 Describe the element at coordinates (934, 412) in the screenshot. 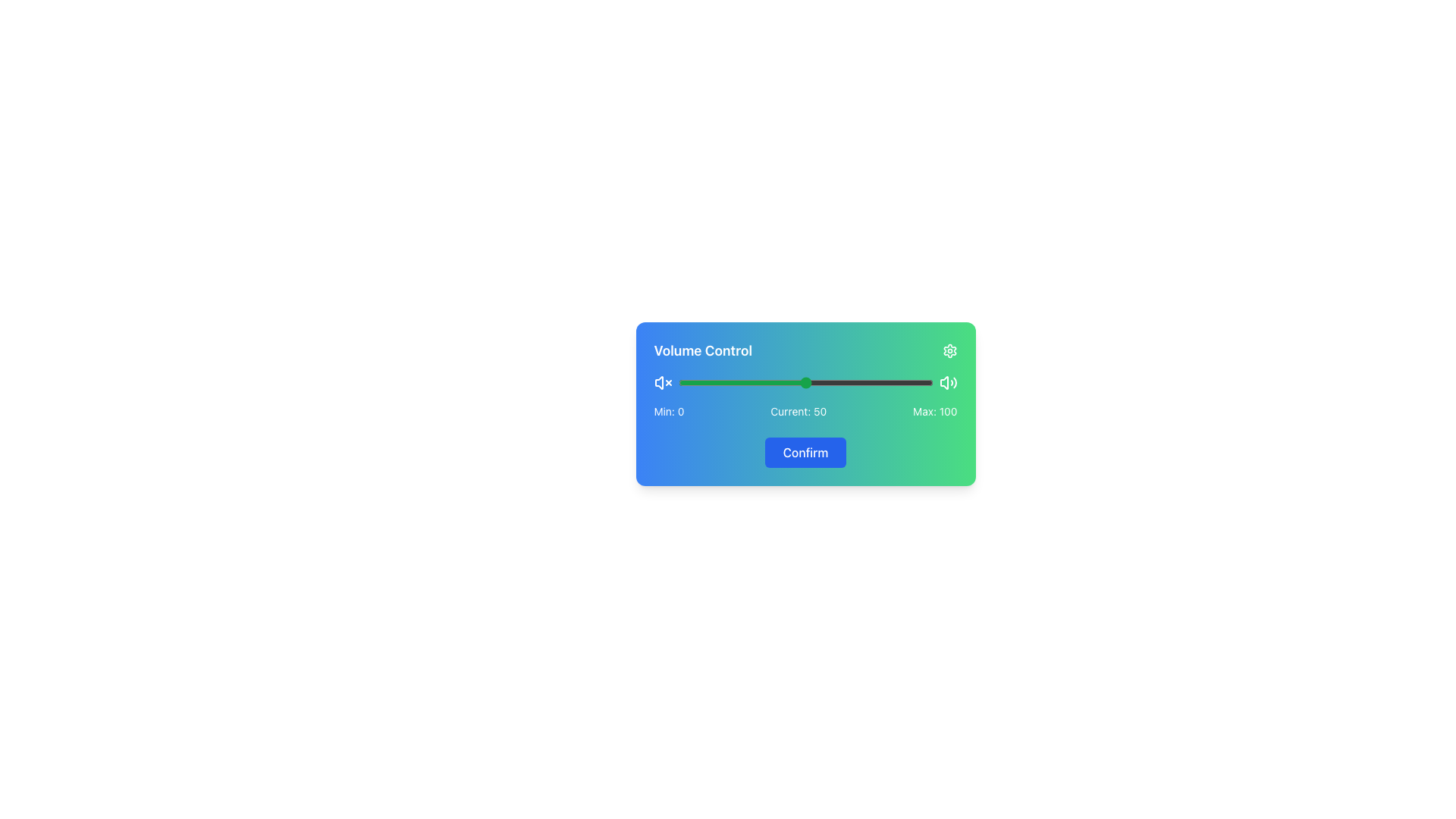

I see `the text label displaying the maximum value of a parameter, located to the right of 'Min: 0' and 'Current: 50', towards the bottom right of the panel` at that location.